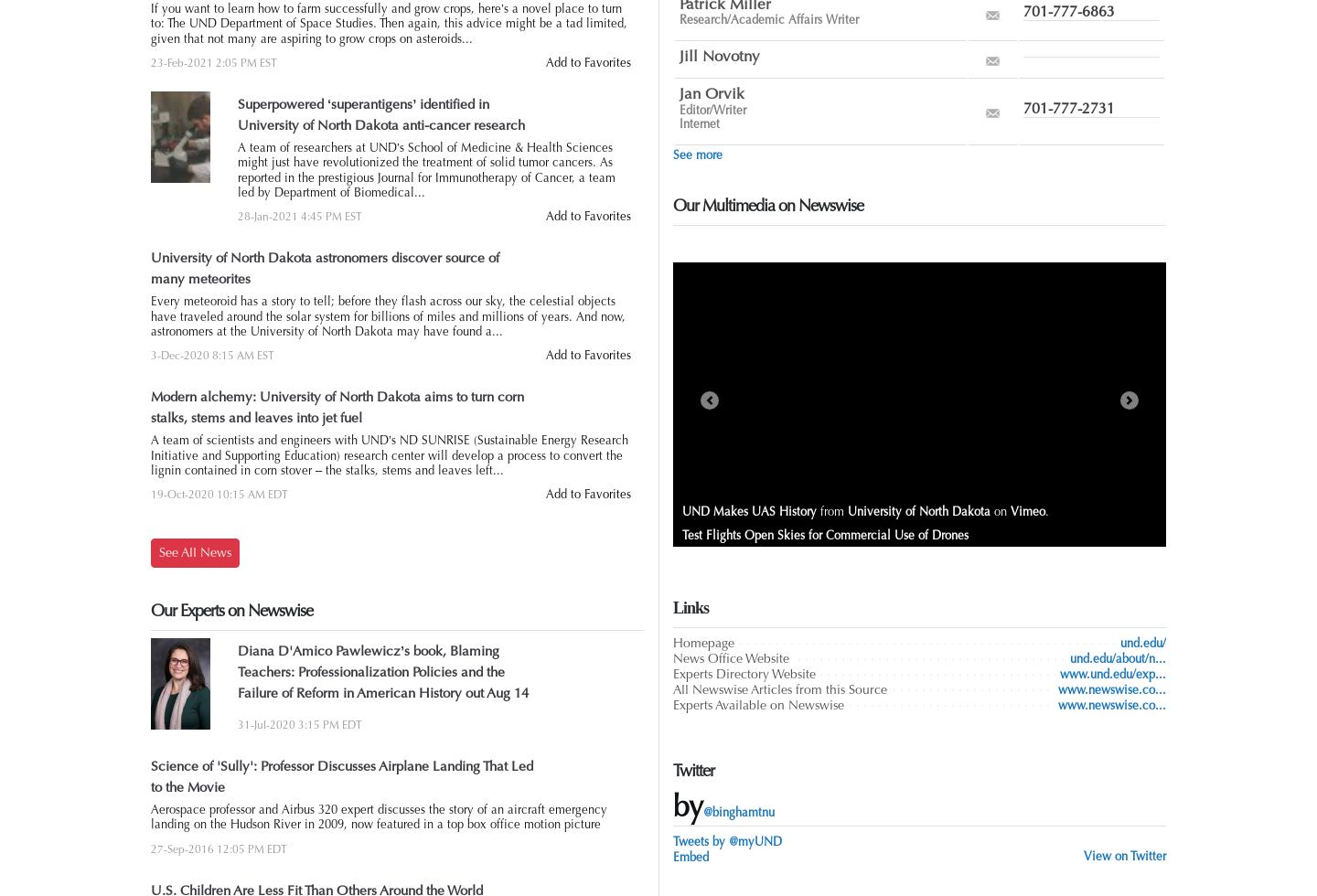 This screenshot has width=1317, height=896. I want to click on 'News Office Website', so click(731, 658).